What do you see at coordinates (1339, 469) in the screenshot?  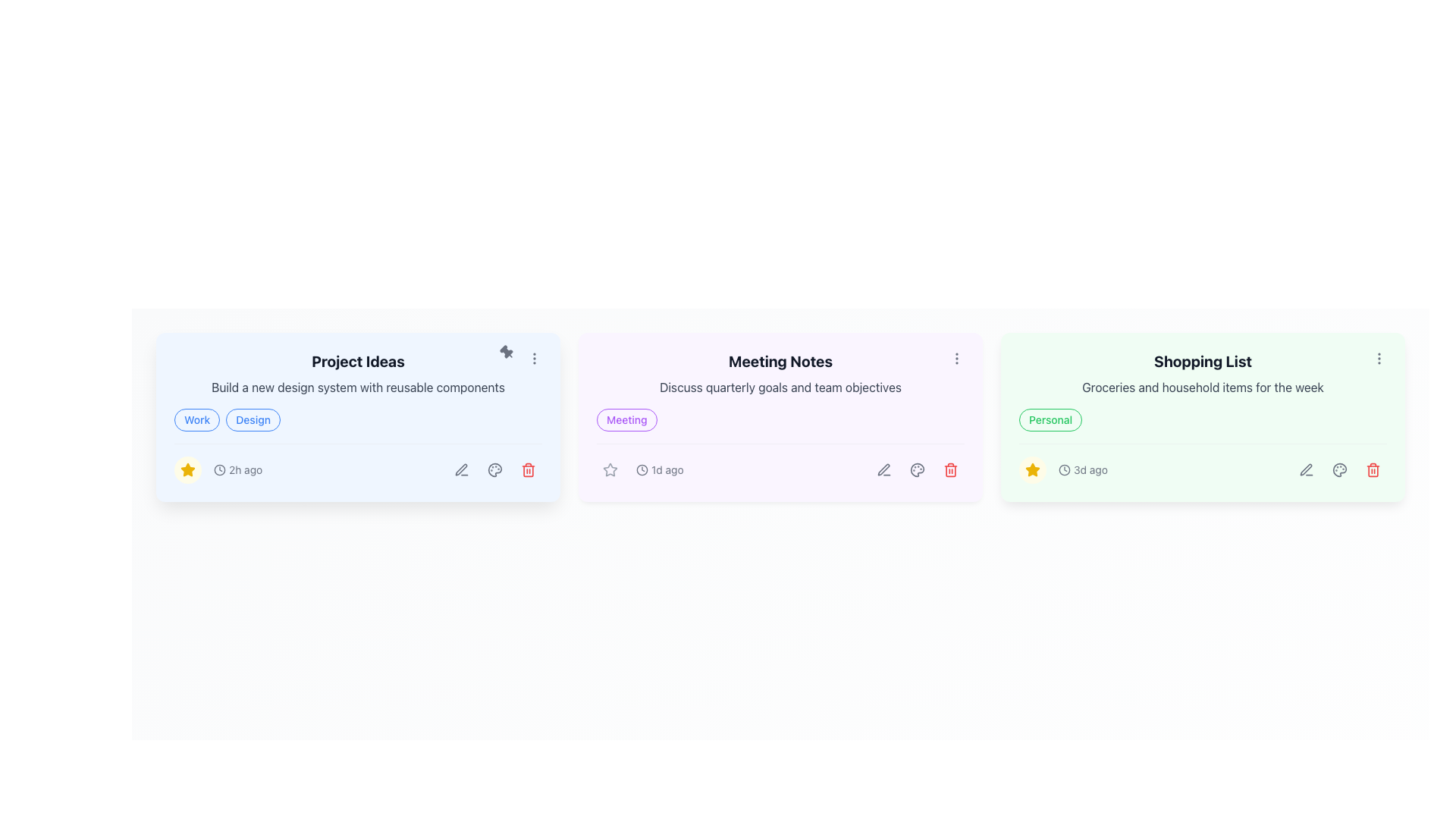 I see `the decorative icon located in the bottom section of the third card labeled 'Shopping List', which is part of the icon row with customization features` at bounding box center [1339, 469].